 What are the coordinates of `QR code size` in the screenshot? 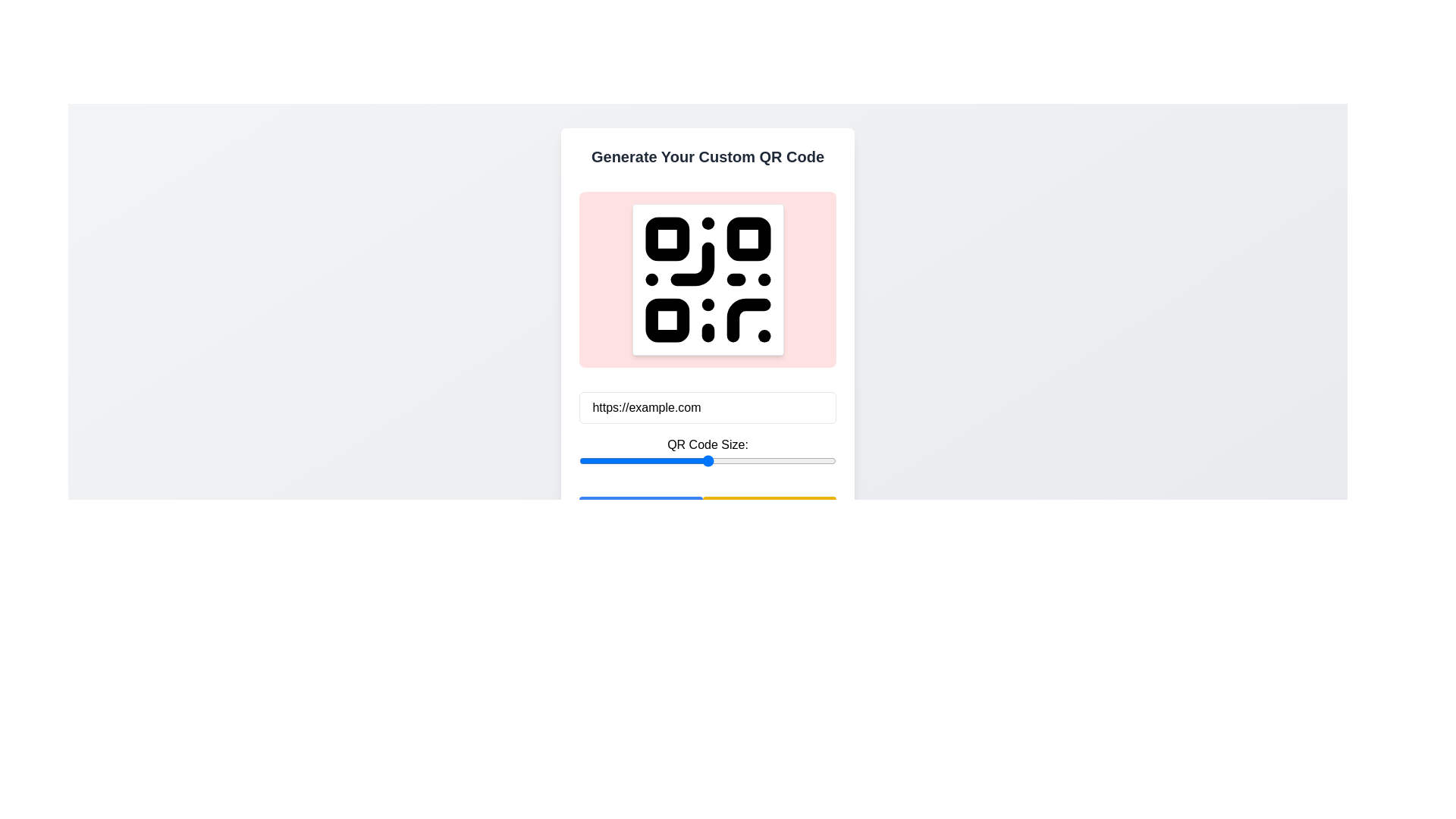 It's located at (673, 460).